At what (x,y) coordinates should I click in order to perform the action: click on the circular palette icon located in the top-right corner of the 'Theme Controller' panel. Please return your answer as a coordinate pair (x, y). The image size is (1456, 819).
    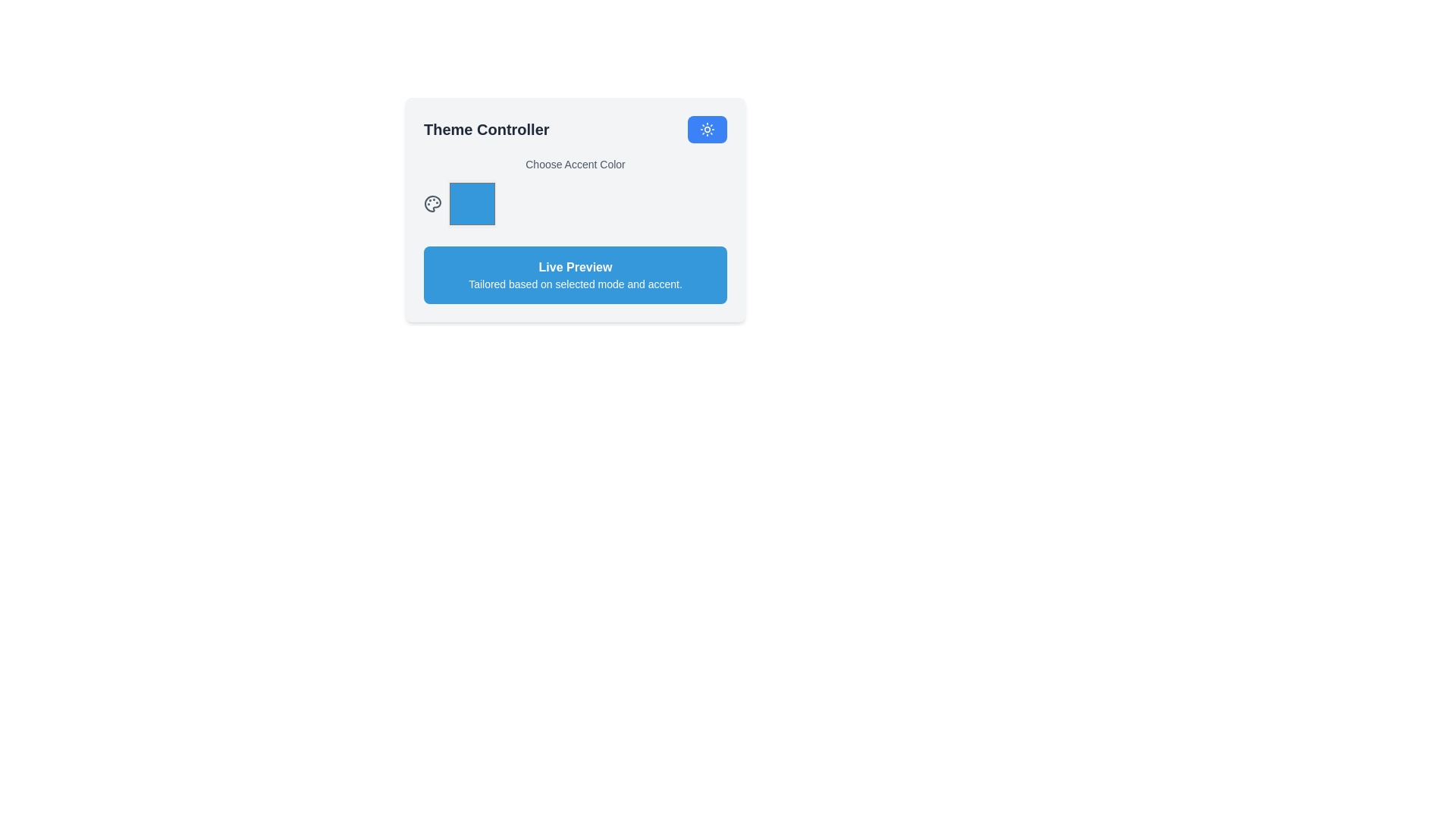
    Looking at the image, I should click on (432, 203).